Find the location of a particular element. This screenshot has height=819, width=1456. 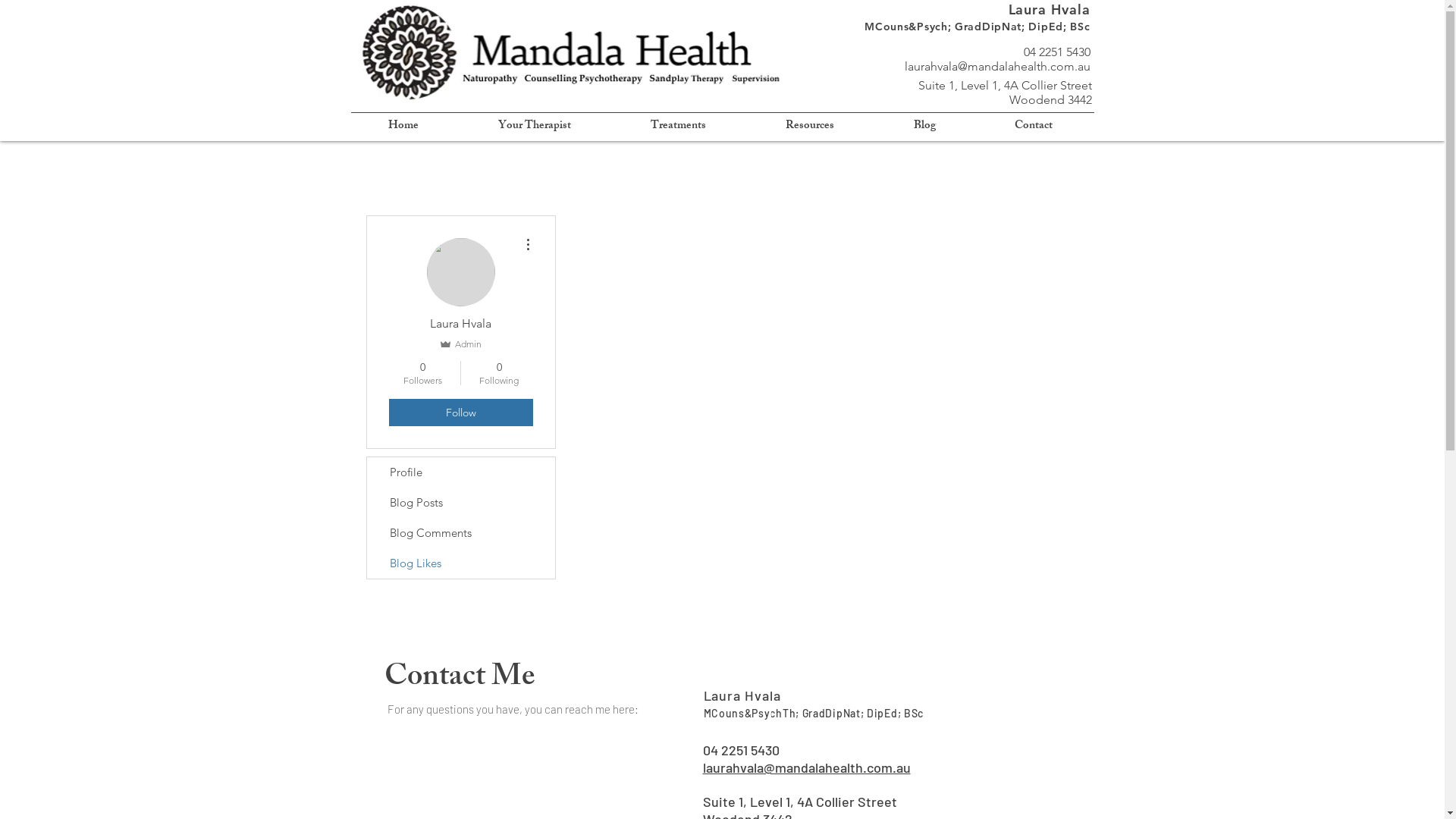

'0 is located at coordinates (499, 373).